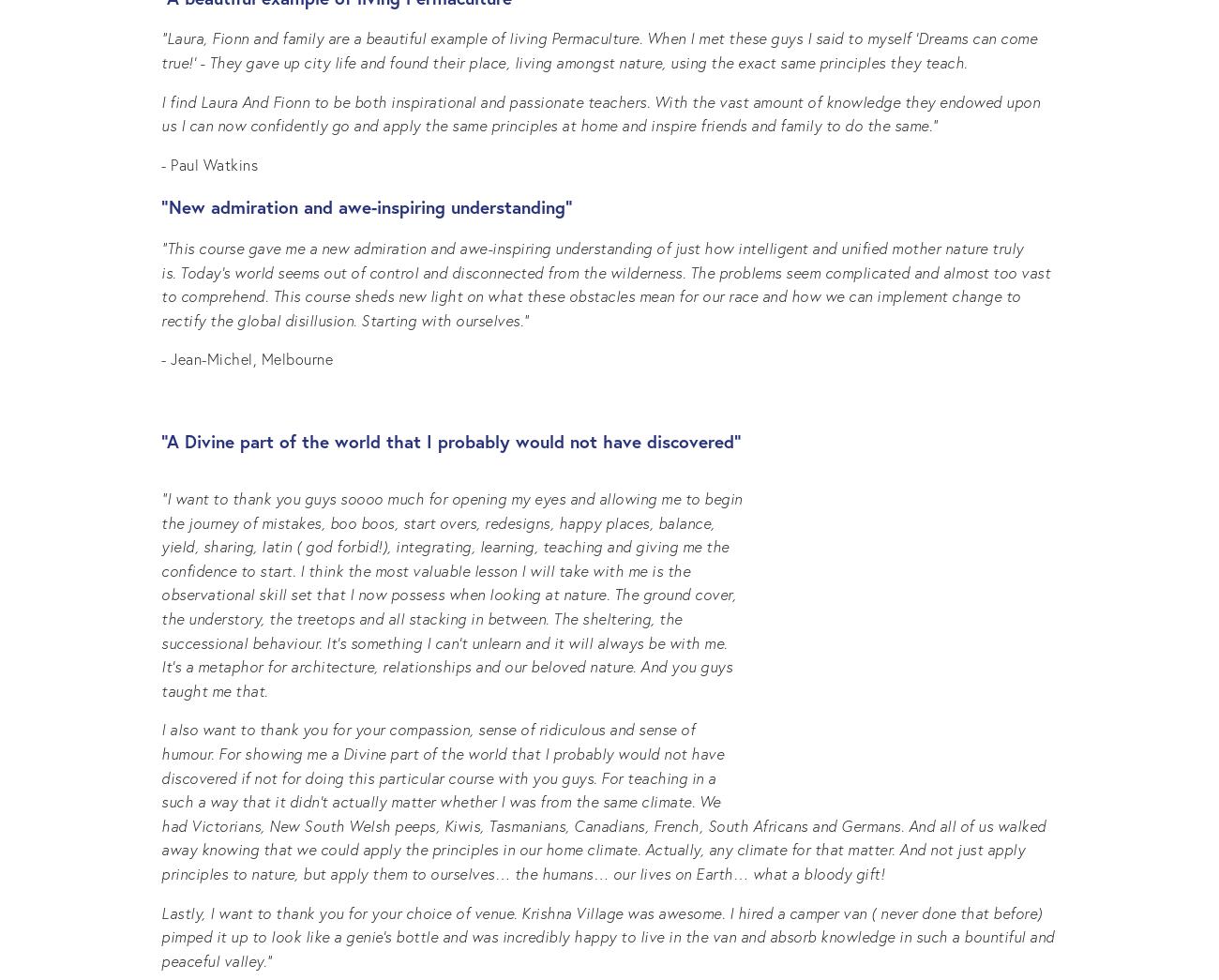 Image resolution: width=1219 pixels, height=980 pixels. Describe the element at coordinates (452, 593) in the screenshot. I see `'“I want to thank you guys soooo much for opening my eyes and allowing me to begin the journey of mistakes, boo boos, start overs, redesigns, happy places, balance, yield, sharing, latin ( god forbid!), integrating, learning, teaching and giving me the confidence to start. I think the most valuable lesson I will take with me is the observational skill set that I now possess when looking at nature. The ground cover, the understory, the treetops and all stacking in between. The sheltering, the successional behaviour. It’s something I can’t unlearn and it will always be with me. It’s a metaphor for architecture, relationships and our beloved nature. And you guys taught me that.'` at that location.